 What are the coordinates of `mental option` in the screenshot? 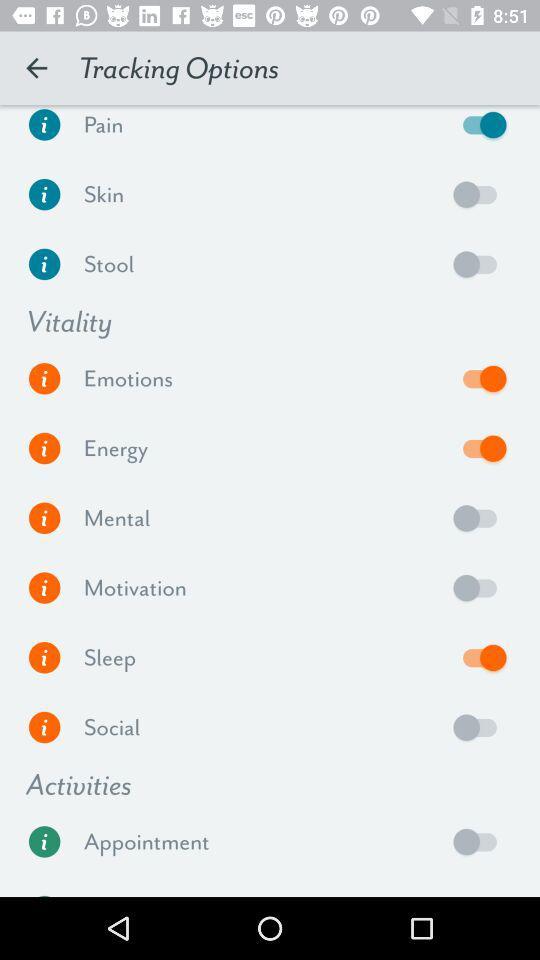 It's located at (479, 517).